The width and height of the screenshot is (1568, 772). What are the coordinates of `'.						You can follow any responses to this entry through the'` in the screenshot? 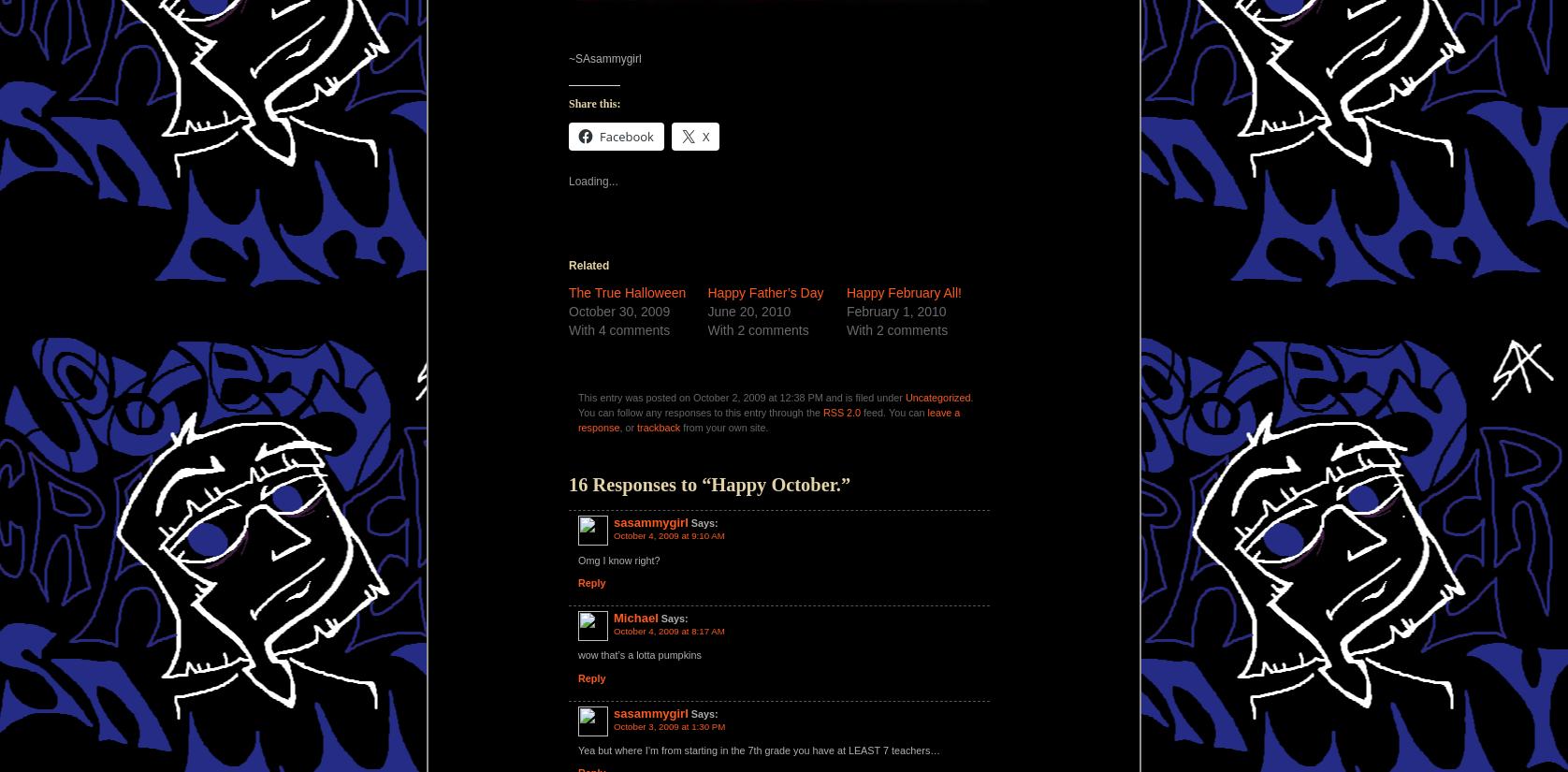 It's located at (774, 404).